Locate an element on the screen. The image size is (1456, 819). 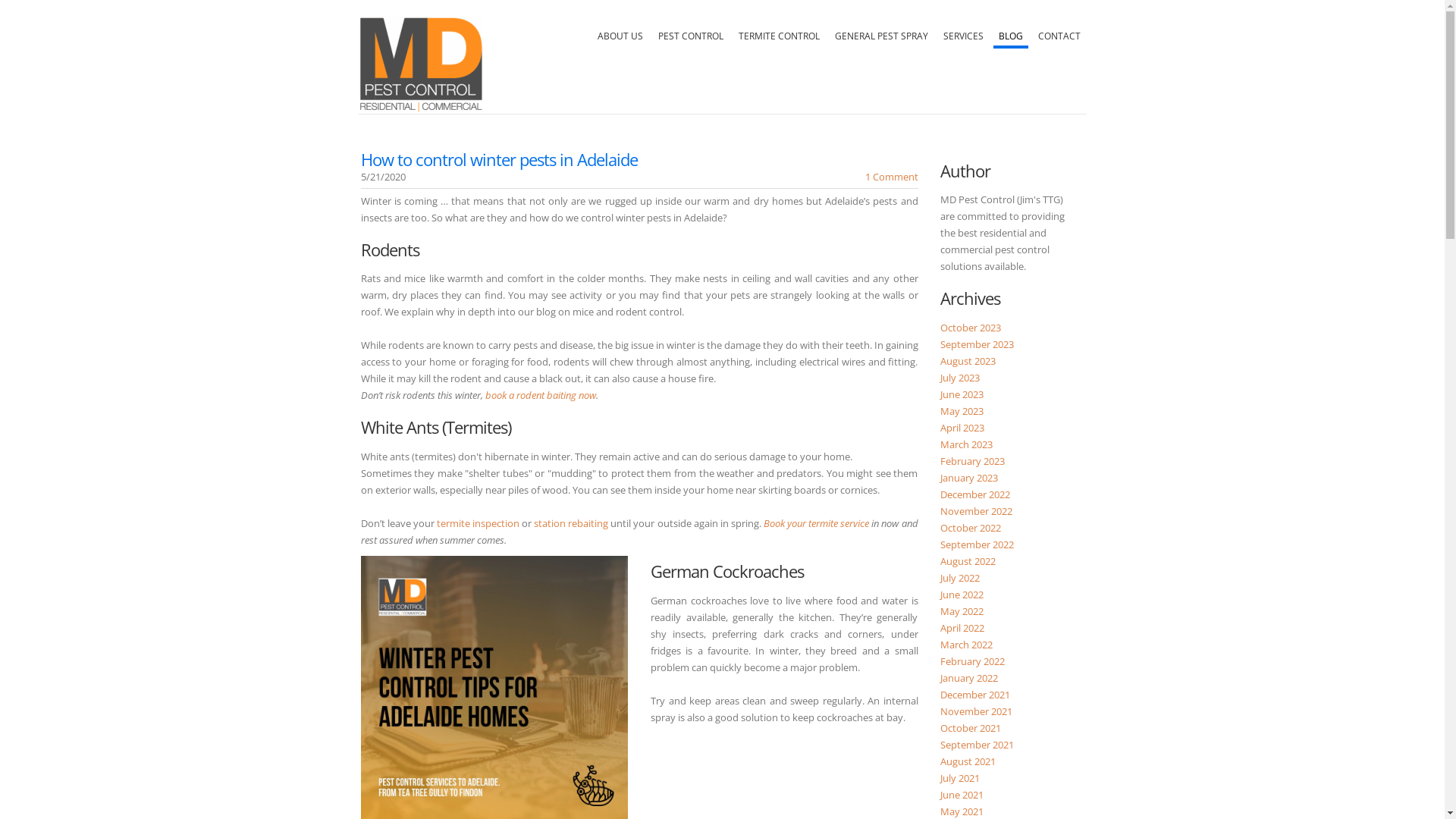
'November 2022' is located at coordinates (976, 511).